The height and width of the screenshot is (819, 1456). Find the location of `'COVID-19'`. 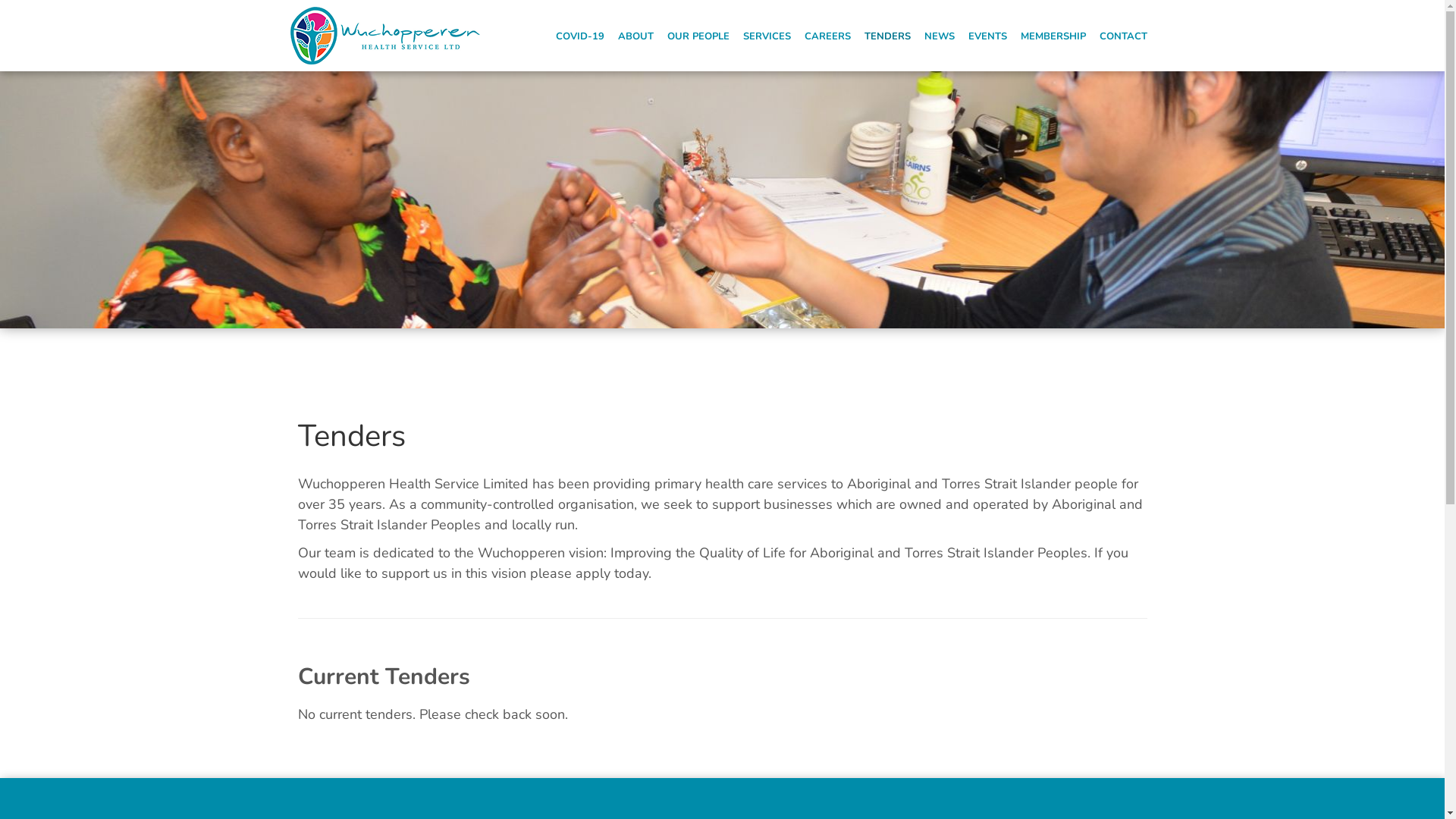

'COVID-19' is located at coordinates (579, 35).